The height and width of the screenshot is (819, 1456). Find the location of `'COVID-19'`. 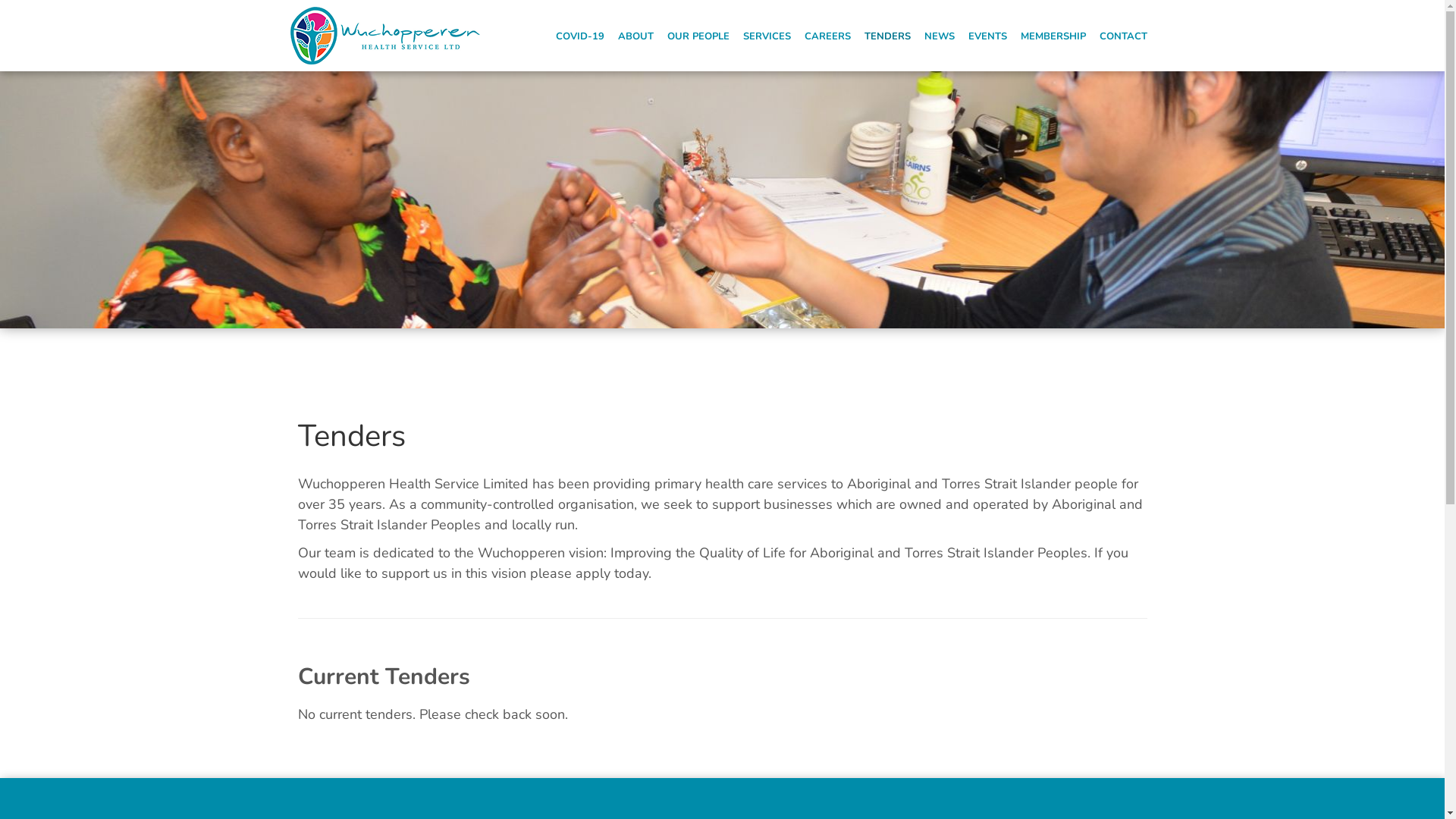

'COVID-19' is located at coordinates (579, 35).